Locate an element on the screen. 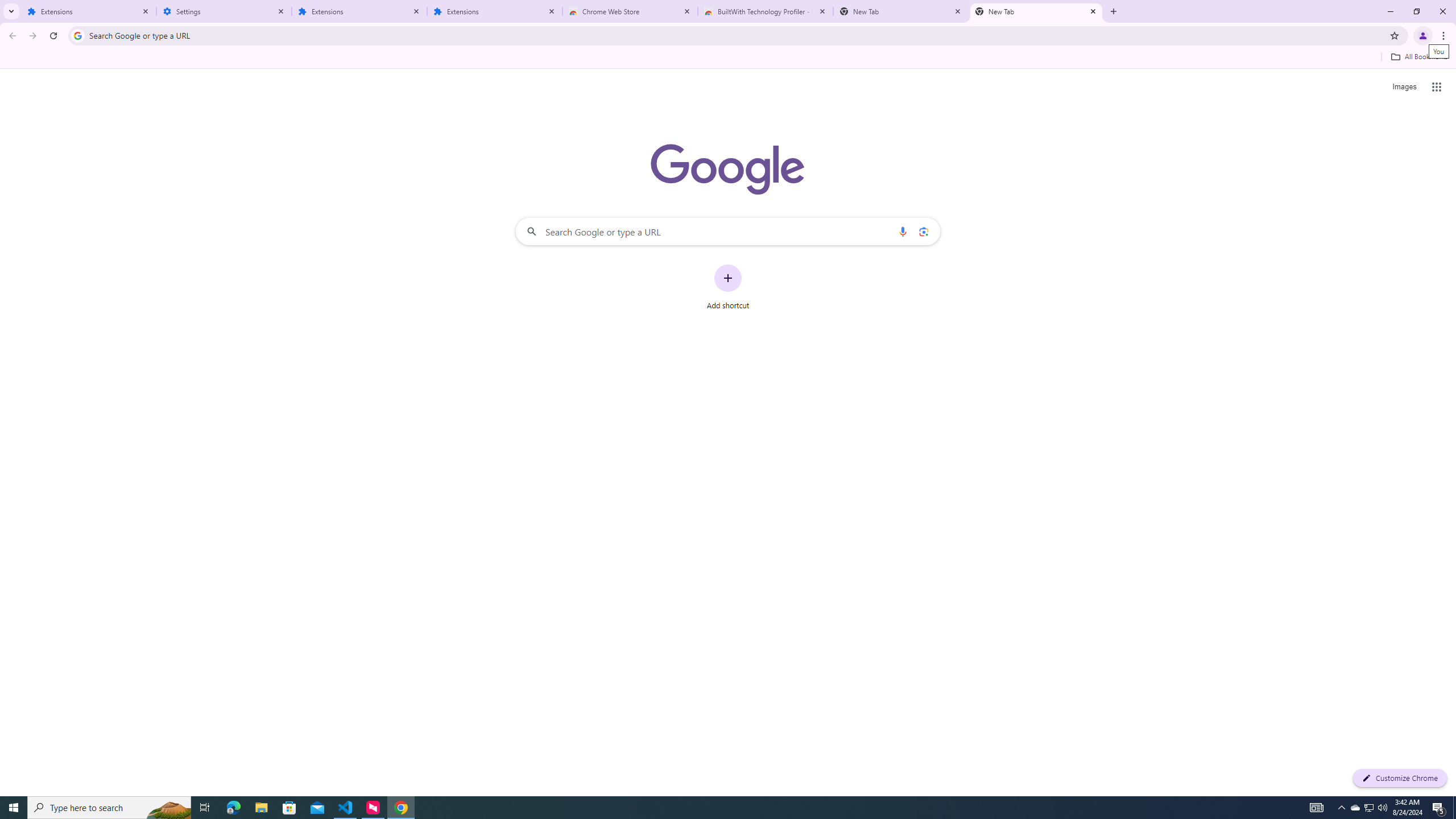 This screenshot has height=819, width=1456. 'BuiltWith Technology Profiler - Chrome Web Store' is located at coordinates (765, 11).